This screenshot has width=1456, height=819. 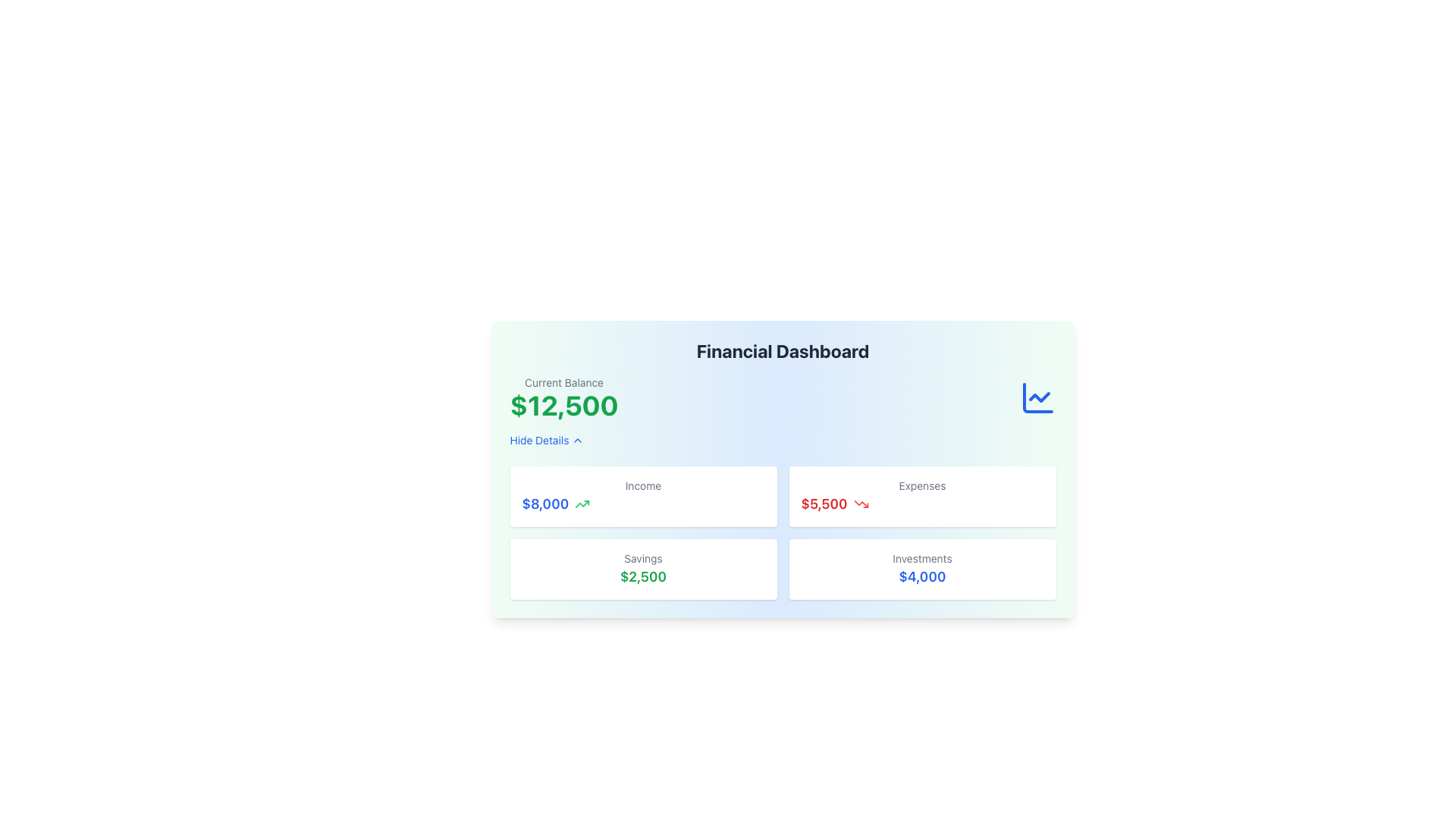 I want to click on the 'Savings' text label displayed in a small-sized, gray font, located within a white rounded-corner box above the '$2,500' text in the financial dashboard, so click(x=643, y=558).